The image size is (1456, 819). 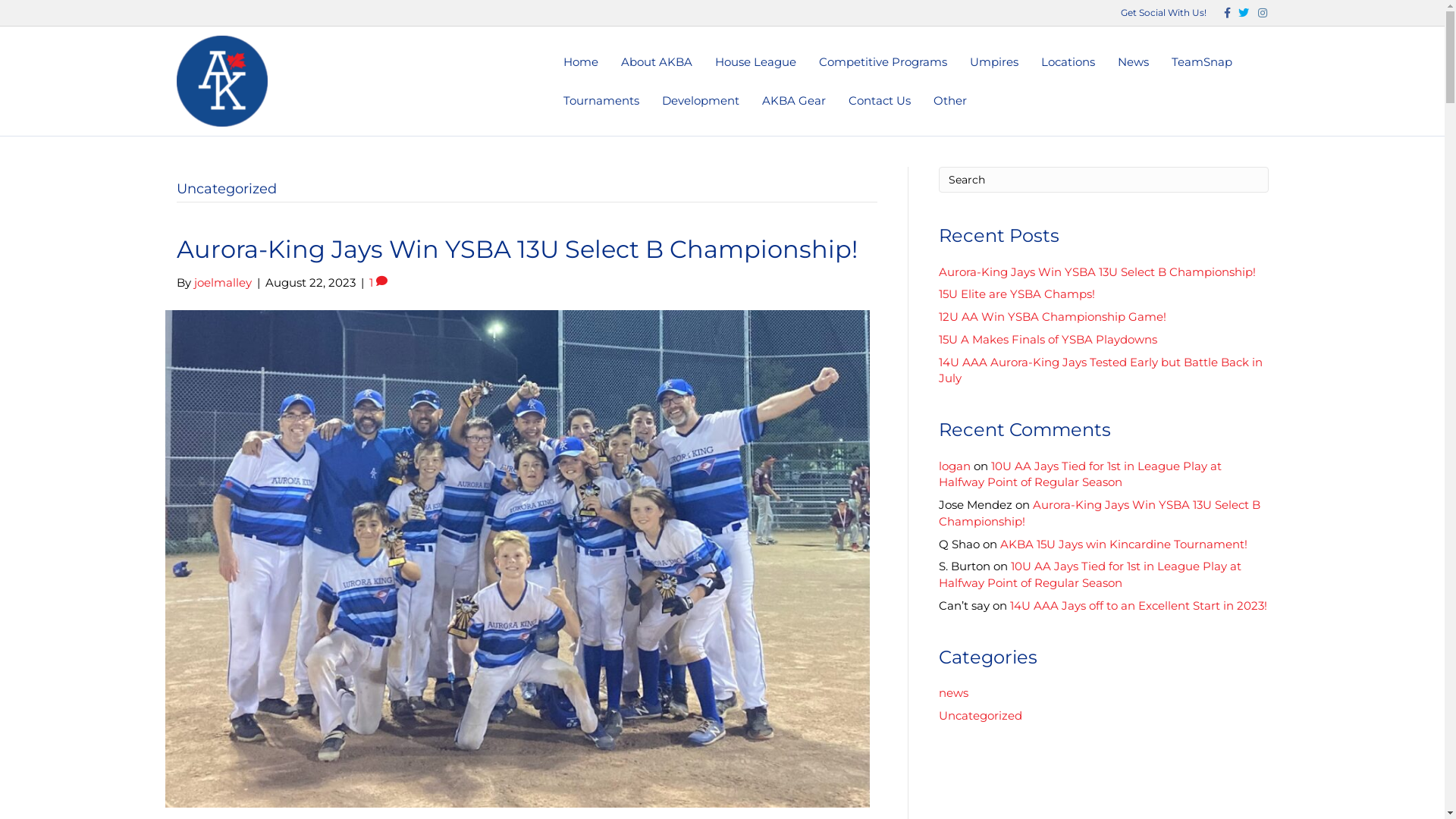 I want to click on 'Home', so click(x=551, y=61).